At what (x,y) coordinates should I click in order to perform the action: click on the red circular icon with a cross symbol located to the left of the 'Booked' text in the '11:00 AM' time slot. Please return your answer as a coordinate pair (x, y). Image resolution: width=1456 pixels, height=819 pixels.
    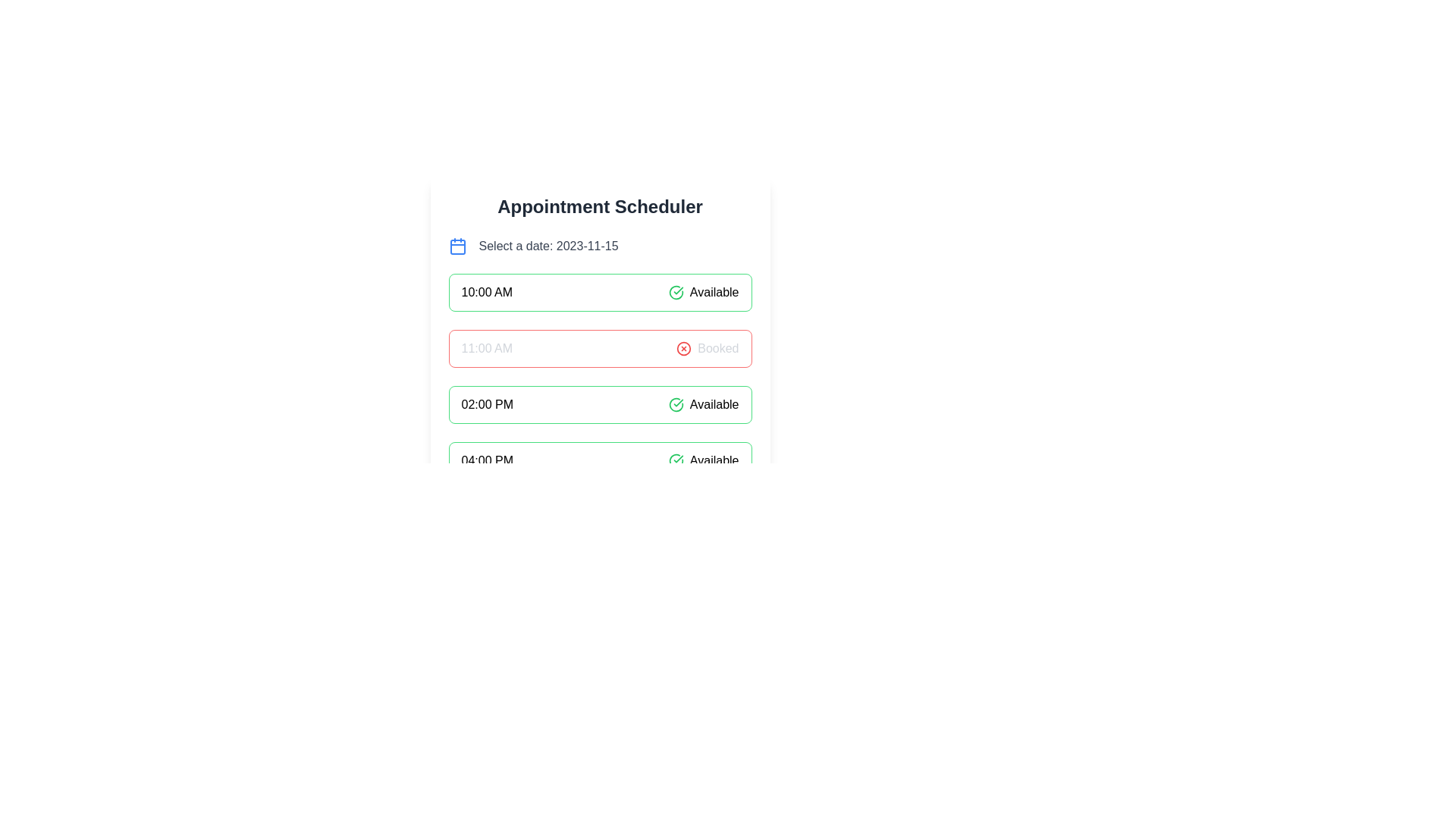
    Looking at the image, I should click on (683, 348).